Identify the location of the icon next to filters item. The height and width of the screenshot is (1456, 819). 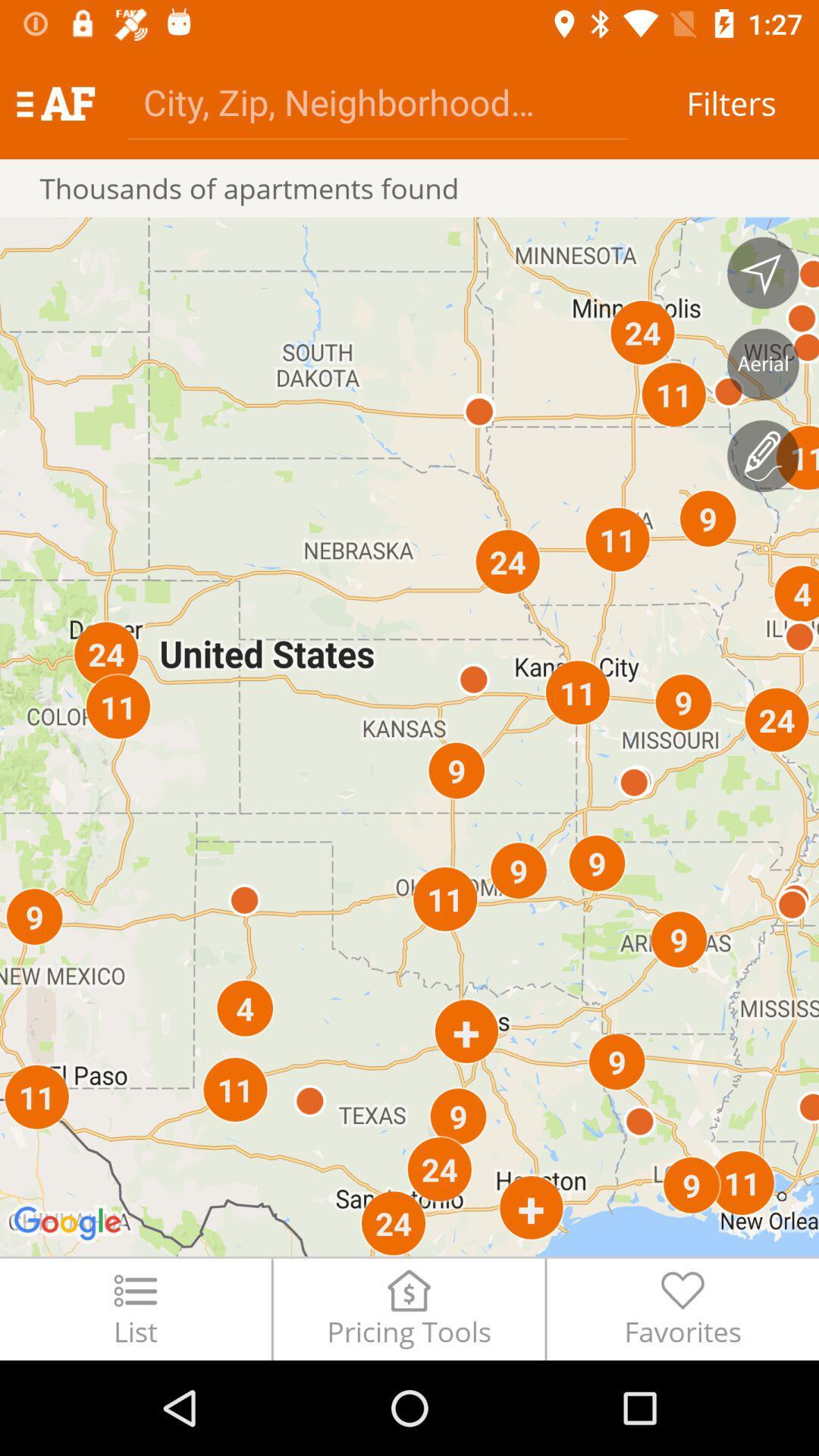
(376, 101).